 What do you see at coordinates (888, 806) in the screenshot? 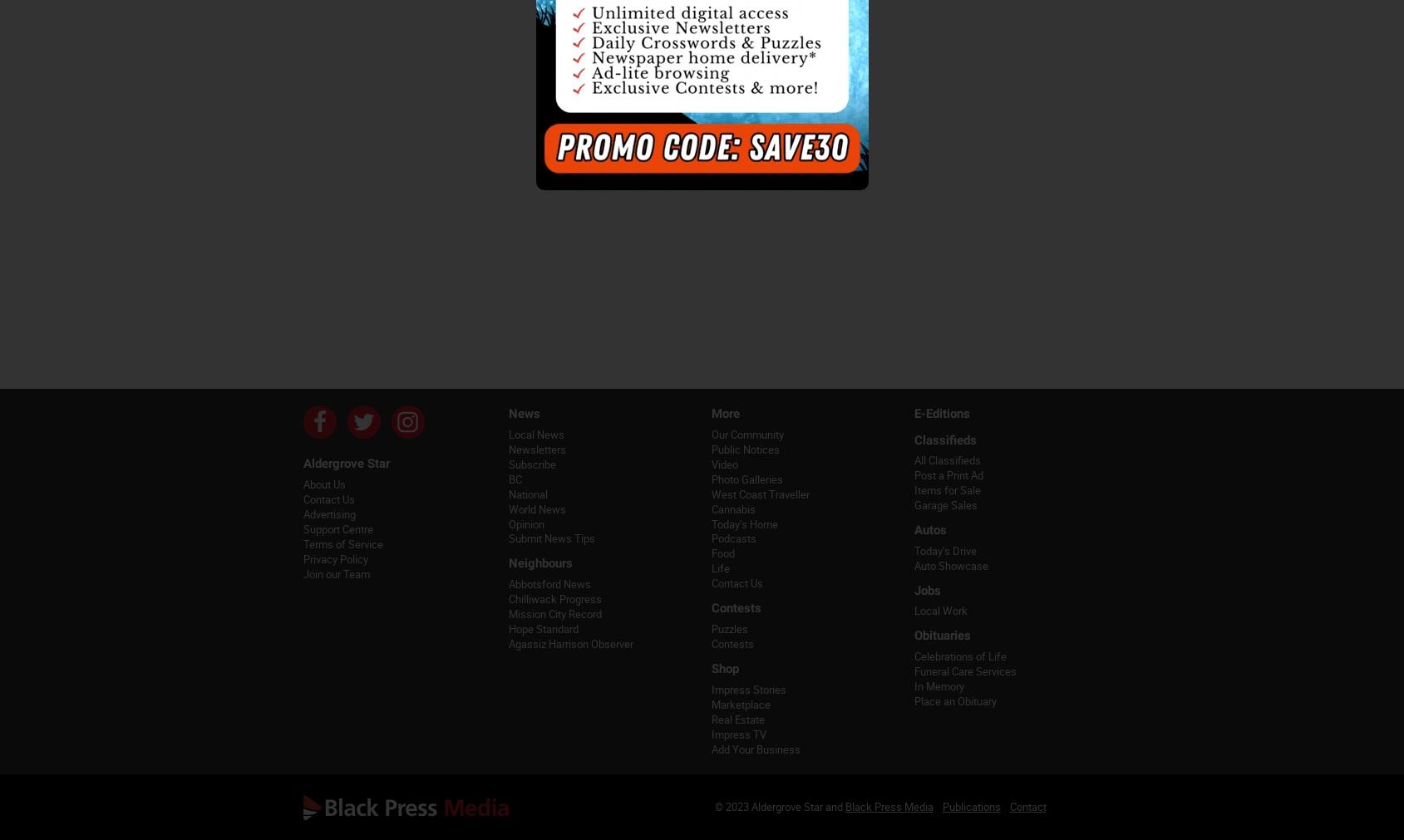
I see `'Black Press Media'` at bounding box center [888, 806].